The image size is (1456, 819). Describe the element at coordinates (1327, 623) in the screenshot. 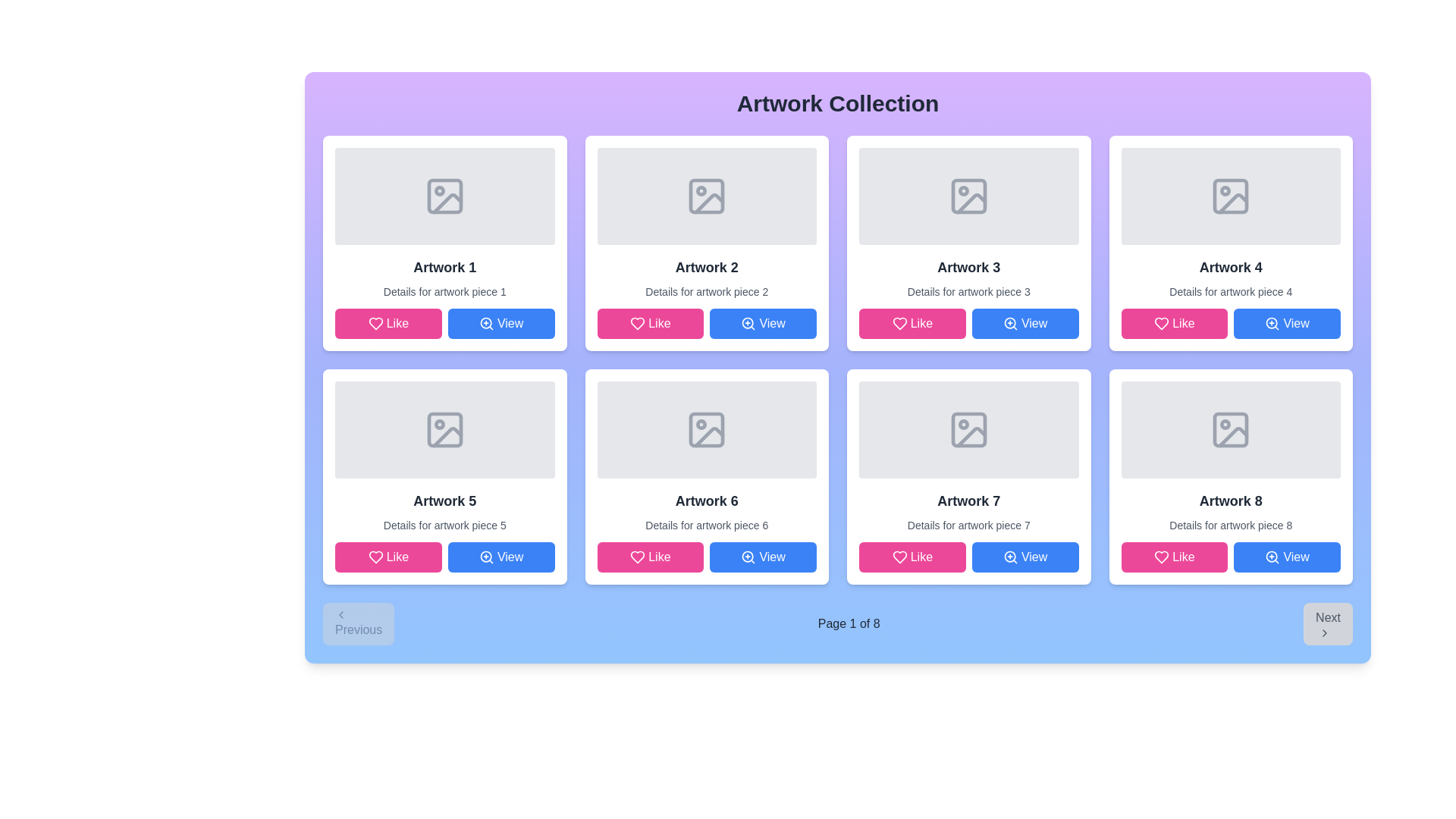

I see `the pagination button located at the bottom-right corner of the interface, which allows navigation to the next page of items in the sequence` at that location.